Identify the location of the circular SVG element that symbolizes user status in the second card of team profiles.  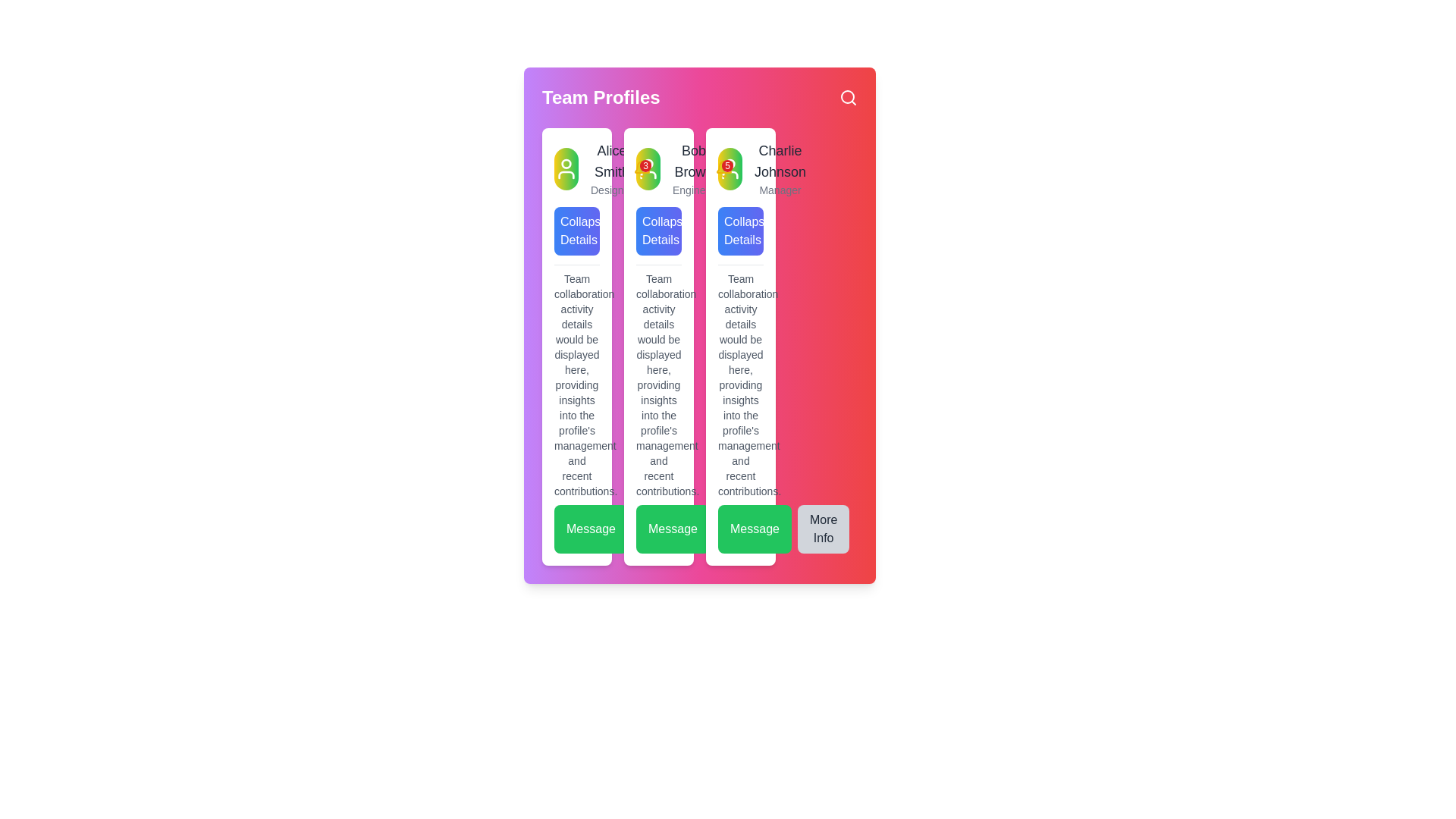
(648, 164).